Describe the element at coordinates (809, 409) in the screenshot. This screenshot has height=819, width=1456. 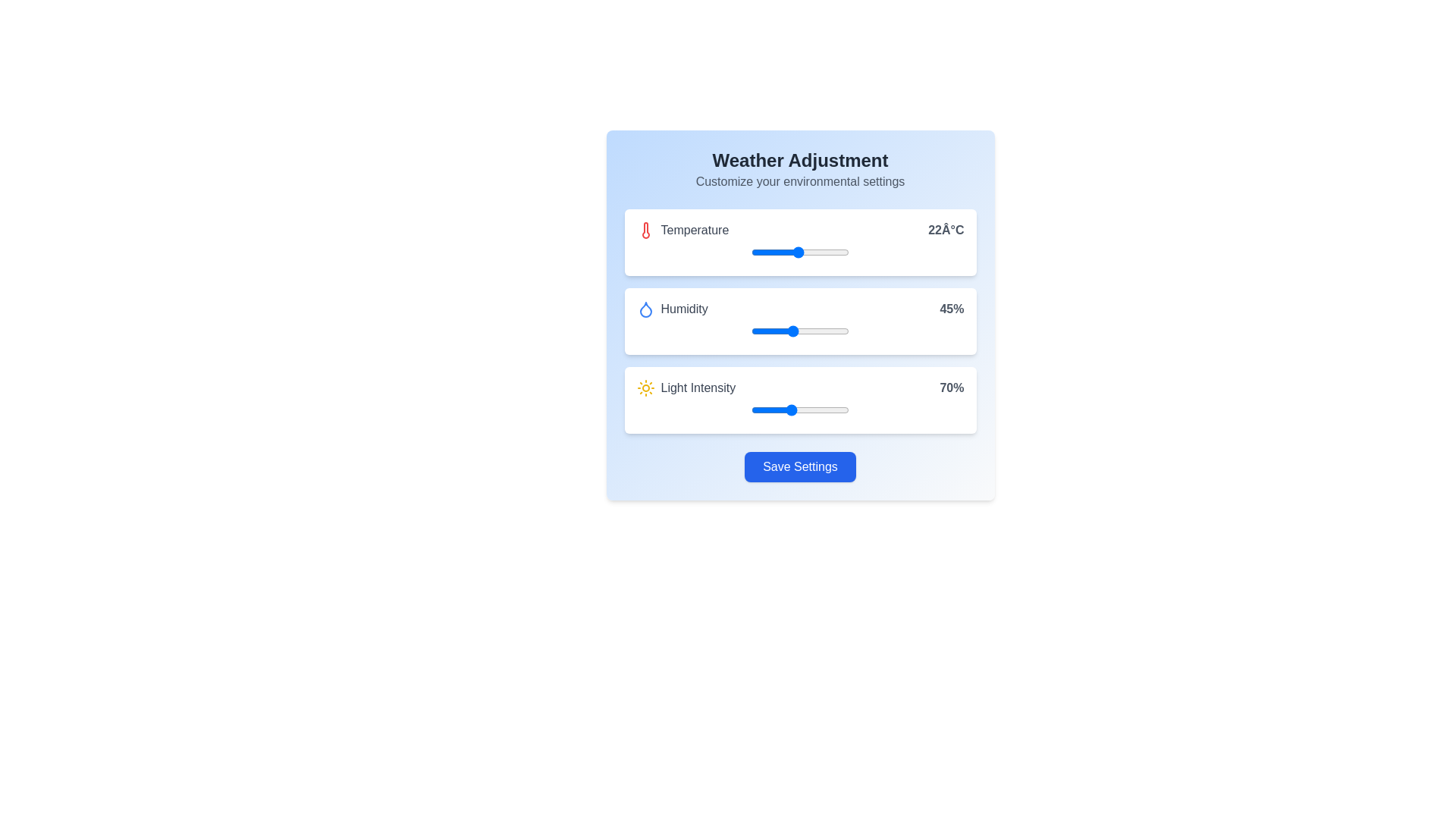
I see `the light intensity` at that location.